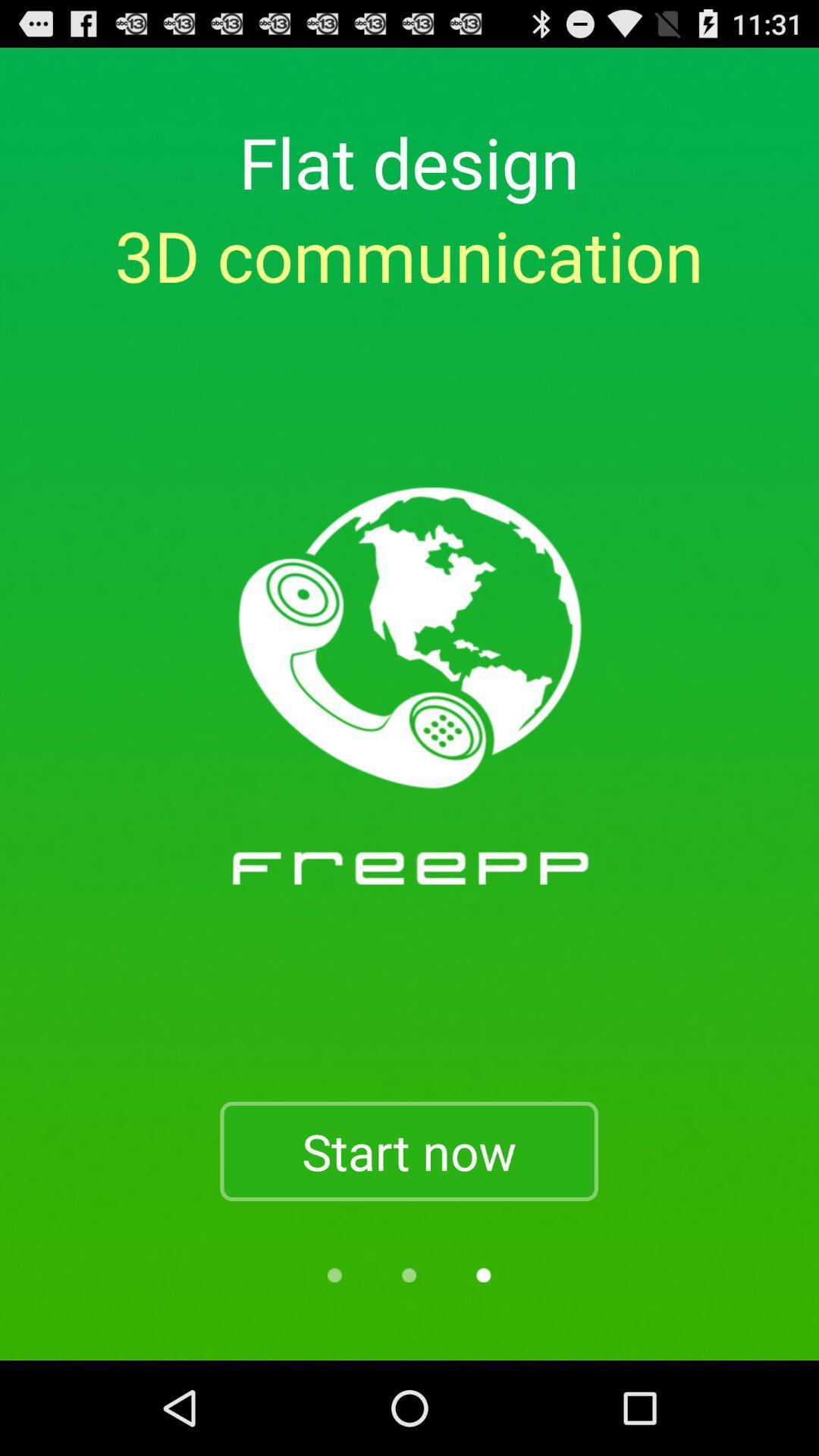  Describe the element at coordinates (408, 1151) in the screenshot. I see `item below 3d communication item` at that location.